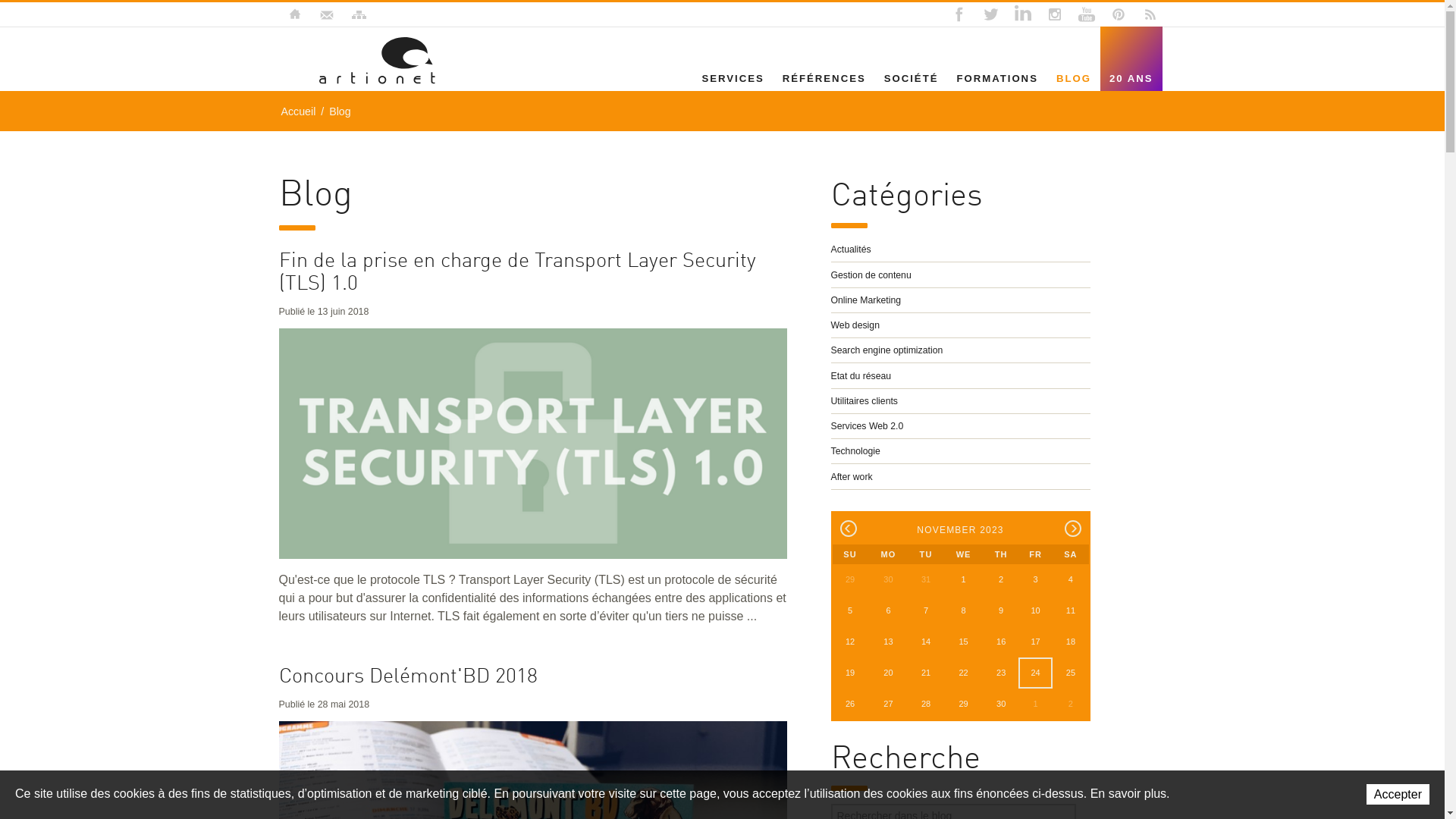 This screenshot has width=1456, height=819. I want to click on '20 ANS', so click(1131, 78).